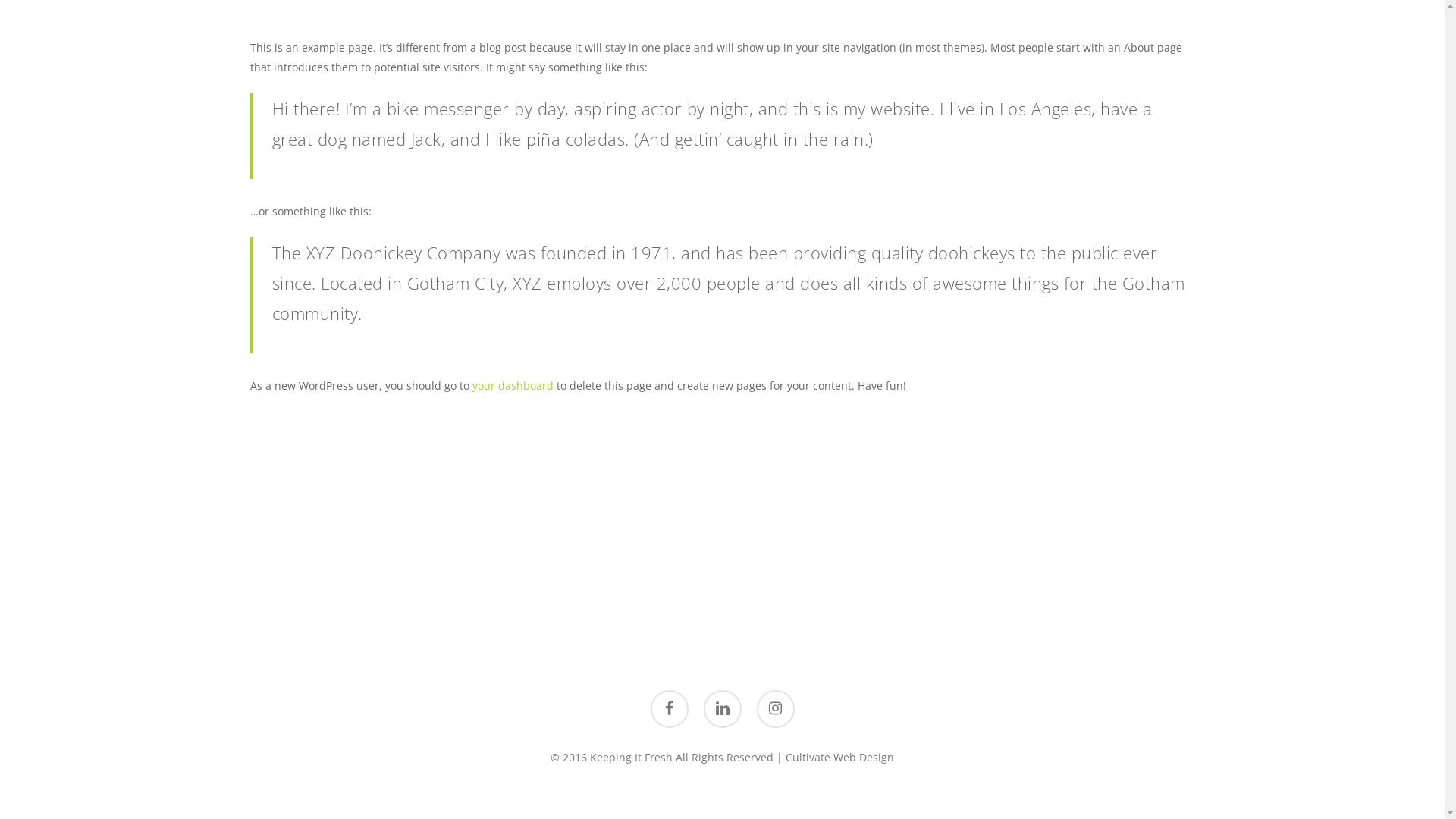 The width and height of the screenshot is (1456, 819). What do you see at coordinates (839, 757) in the screenshot?
I see `'Cultivate Web Design'` at bounding box center [839, 757].